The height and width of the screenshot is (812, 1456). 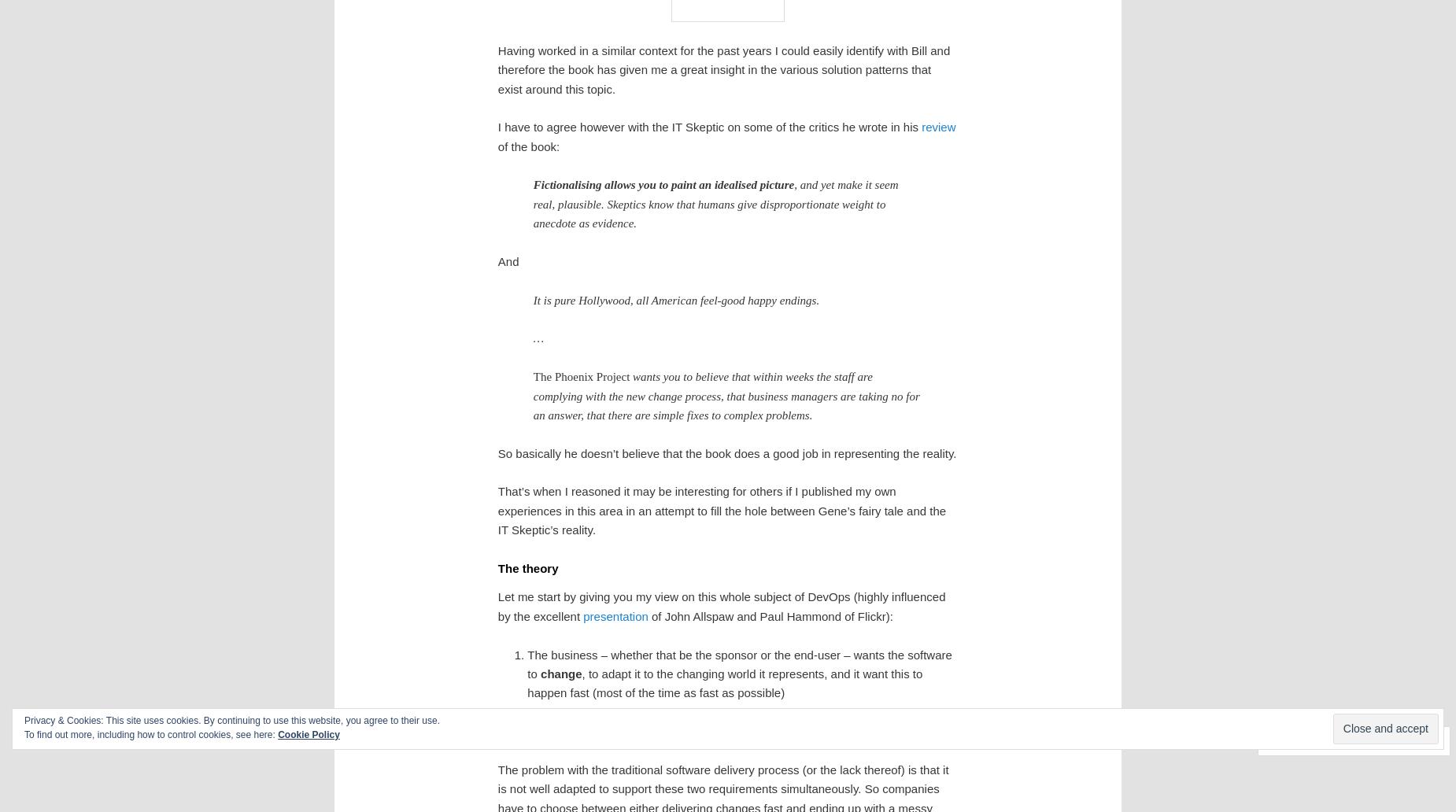 I want to click on 'The business – whether that be the sponsor or the end-user – wants the software to', so click(x=738, y=663).